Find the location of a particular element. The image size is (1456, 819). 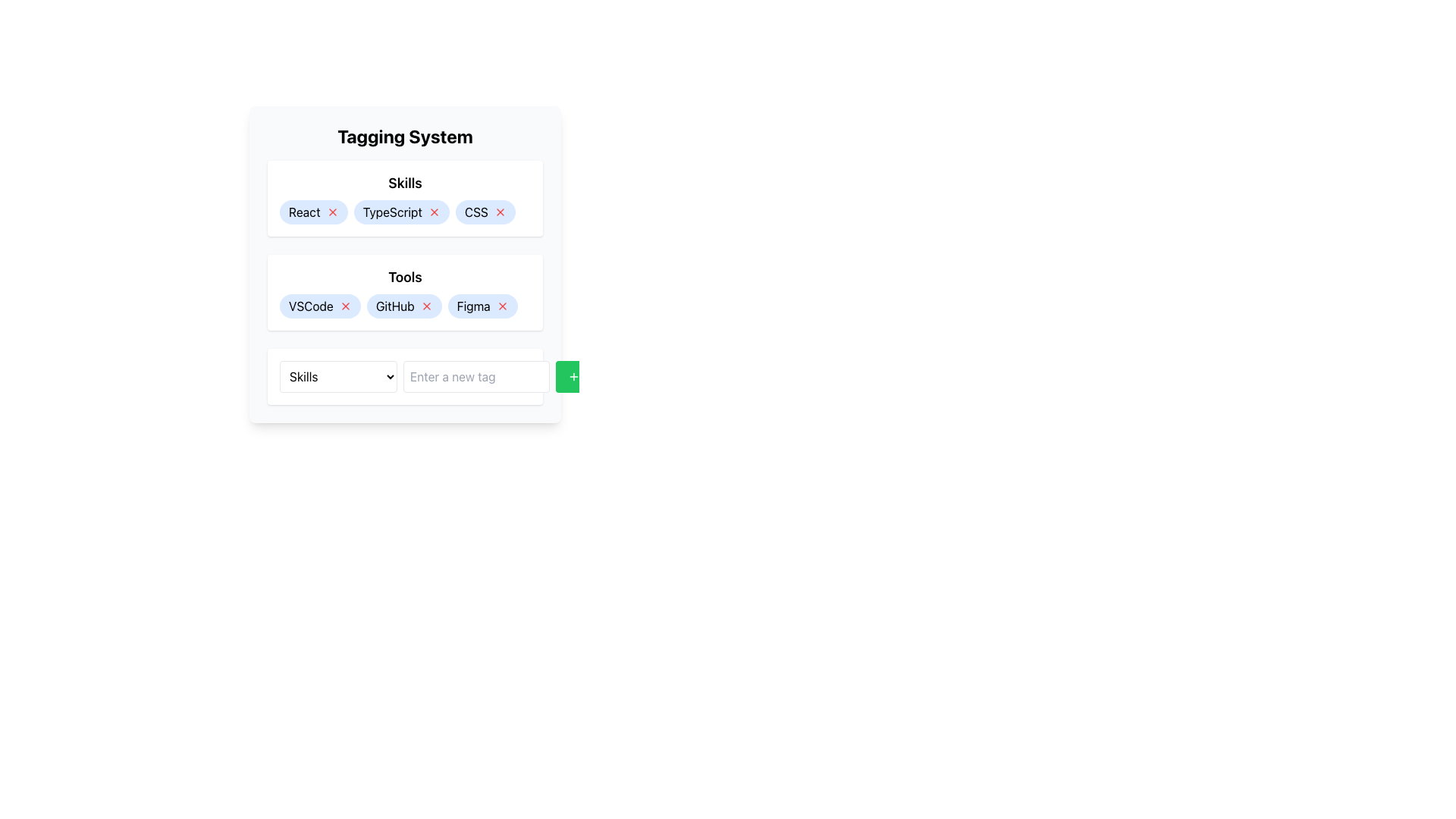

the 'CSS' tag in the tagging system is located at coordinates (485, 212).